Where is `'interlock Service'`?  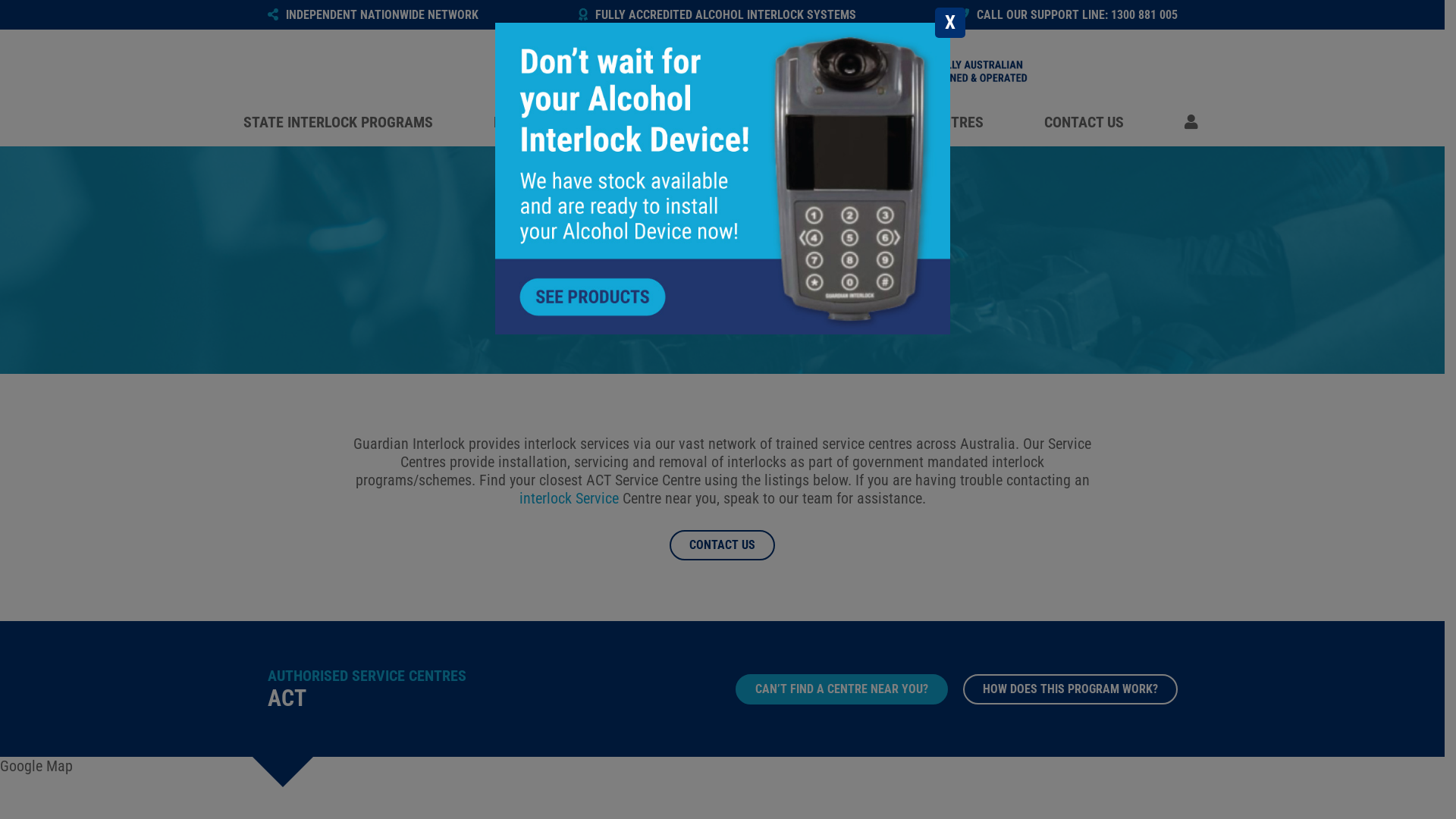
'interlock Service' is located at coordinates (519, 497).